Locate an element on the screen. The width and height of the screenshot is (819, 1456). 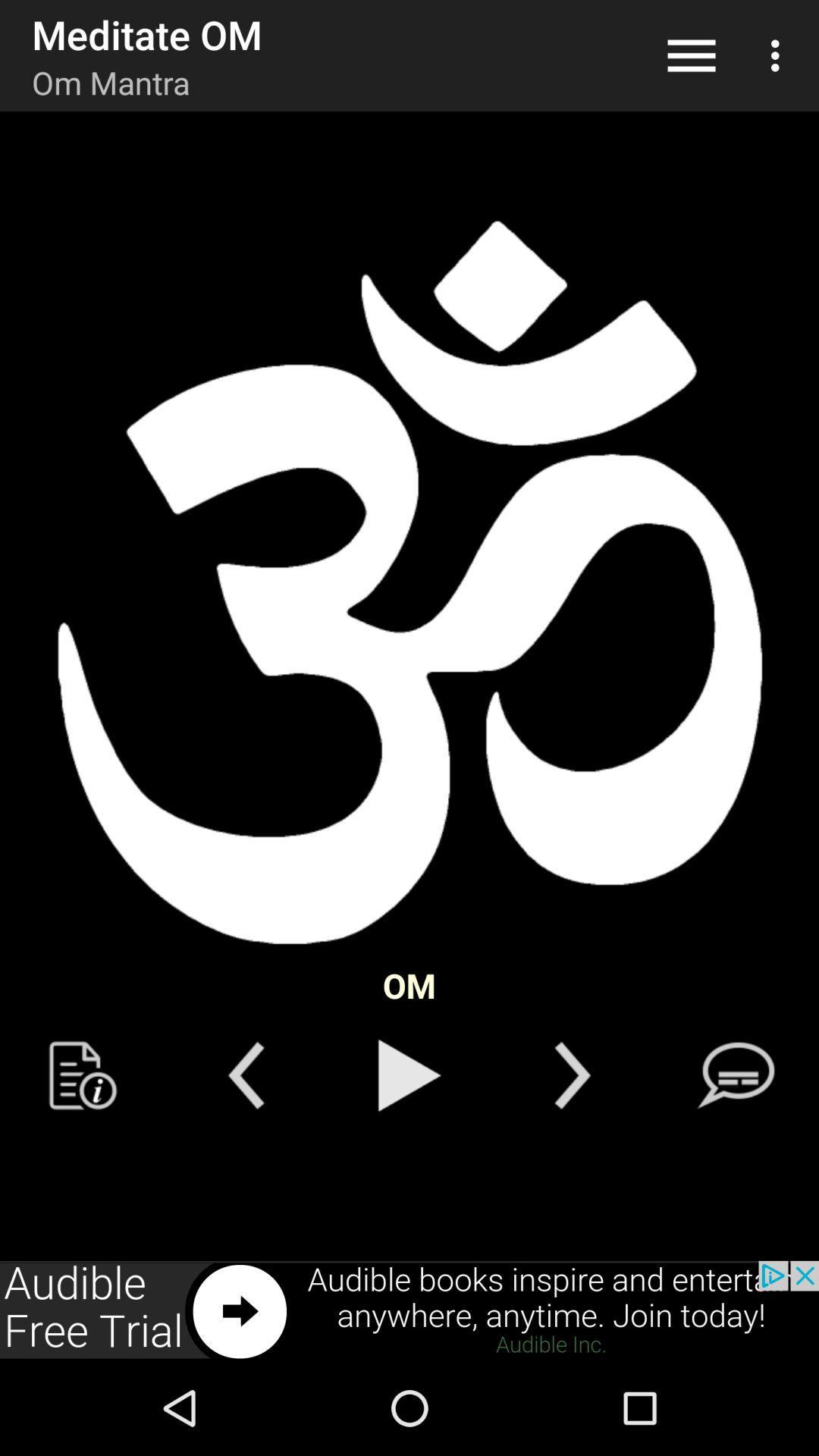
open advertisement is located at coordinates (409, 1310).